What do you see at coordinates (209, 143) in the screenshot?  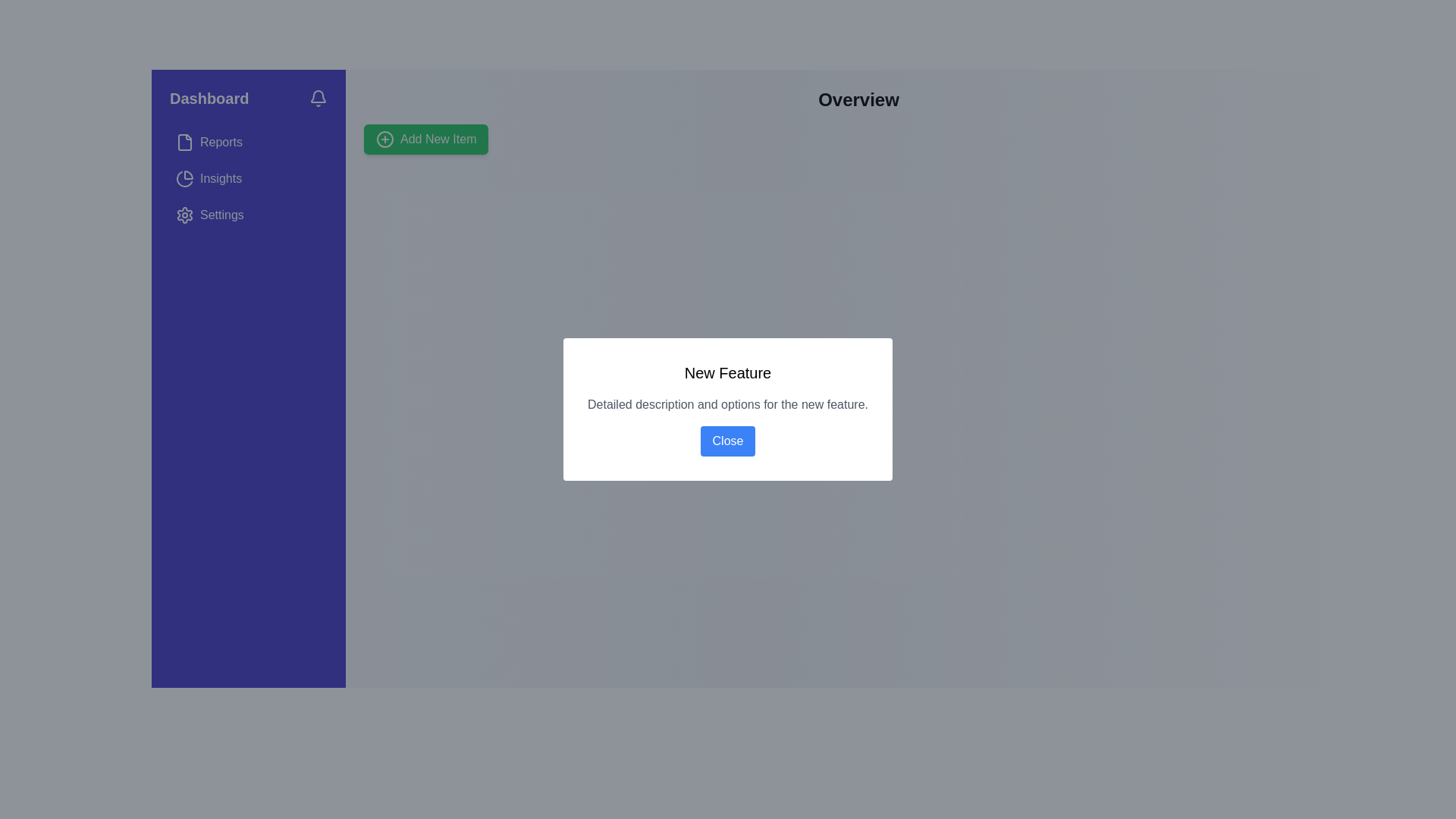 I see `the 'Reports' menu item in the navigation menu` at bounding box center [209, 143].